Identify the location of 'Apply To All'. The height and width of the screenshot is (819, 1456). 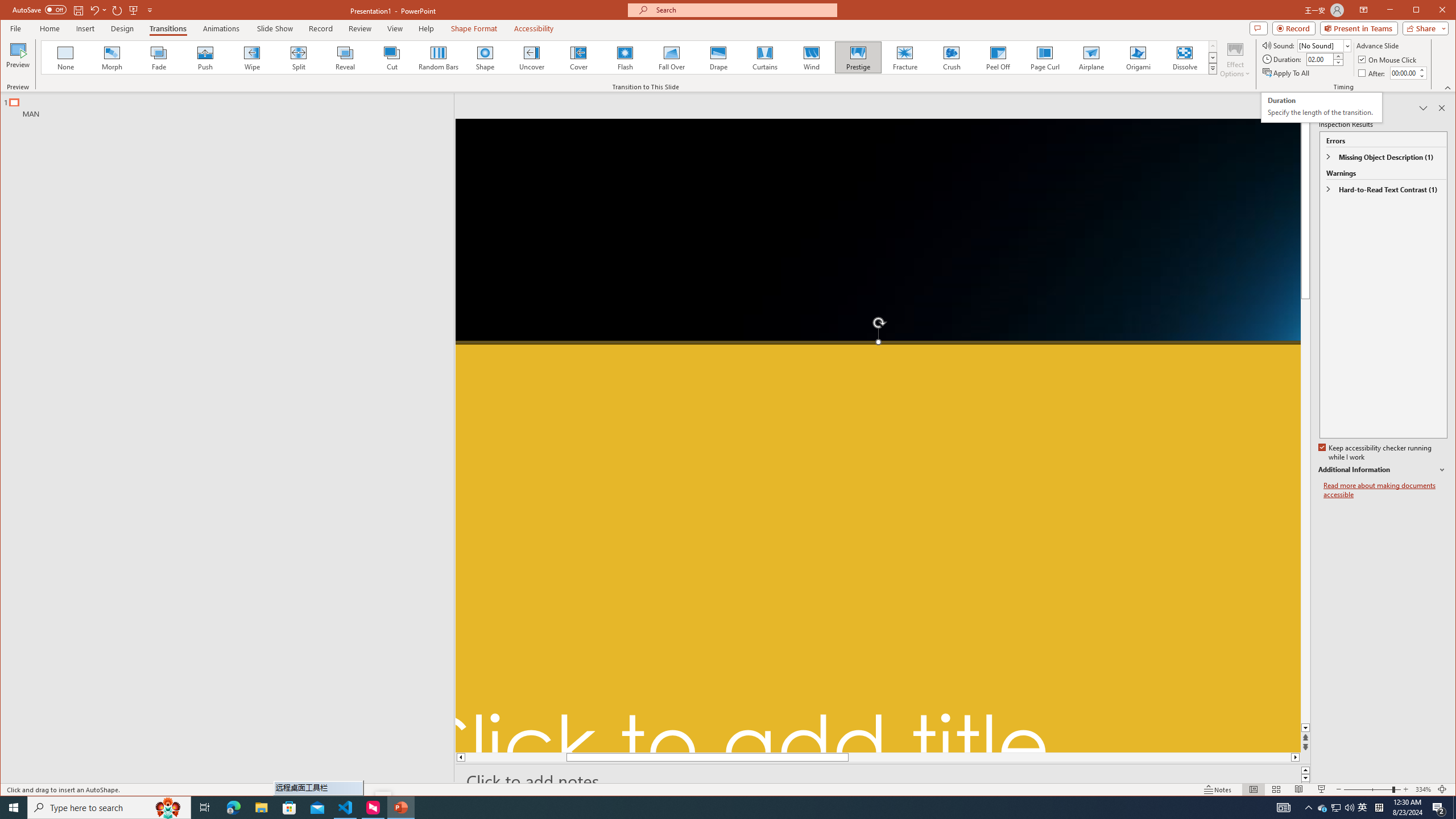
(1287, 72).